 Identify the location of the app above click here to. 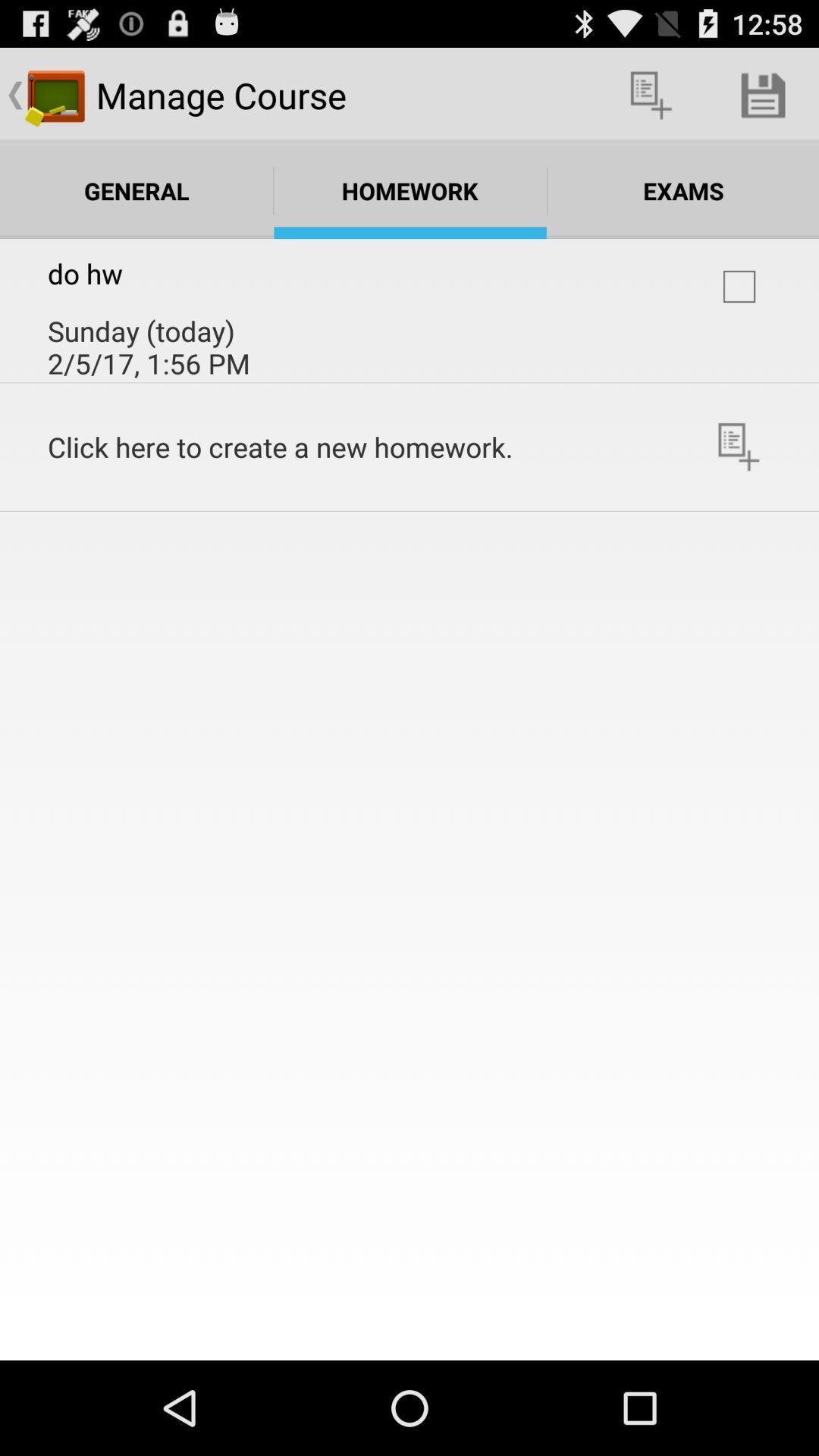
(739, 287).